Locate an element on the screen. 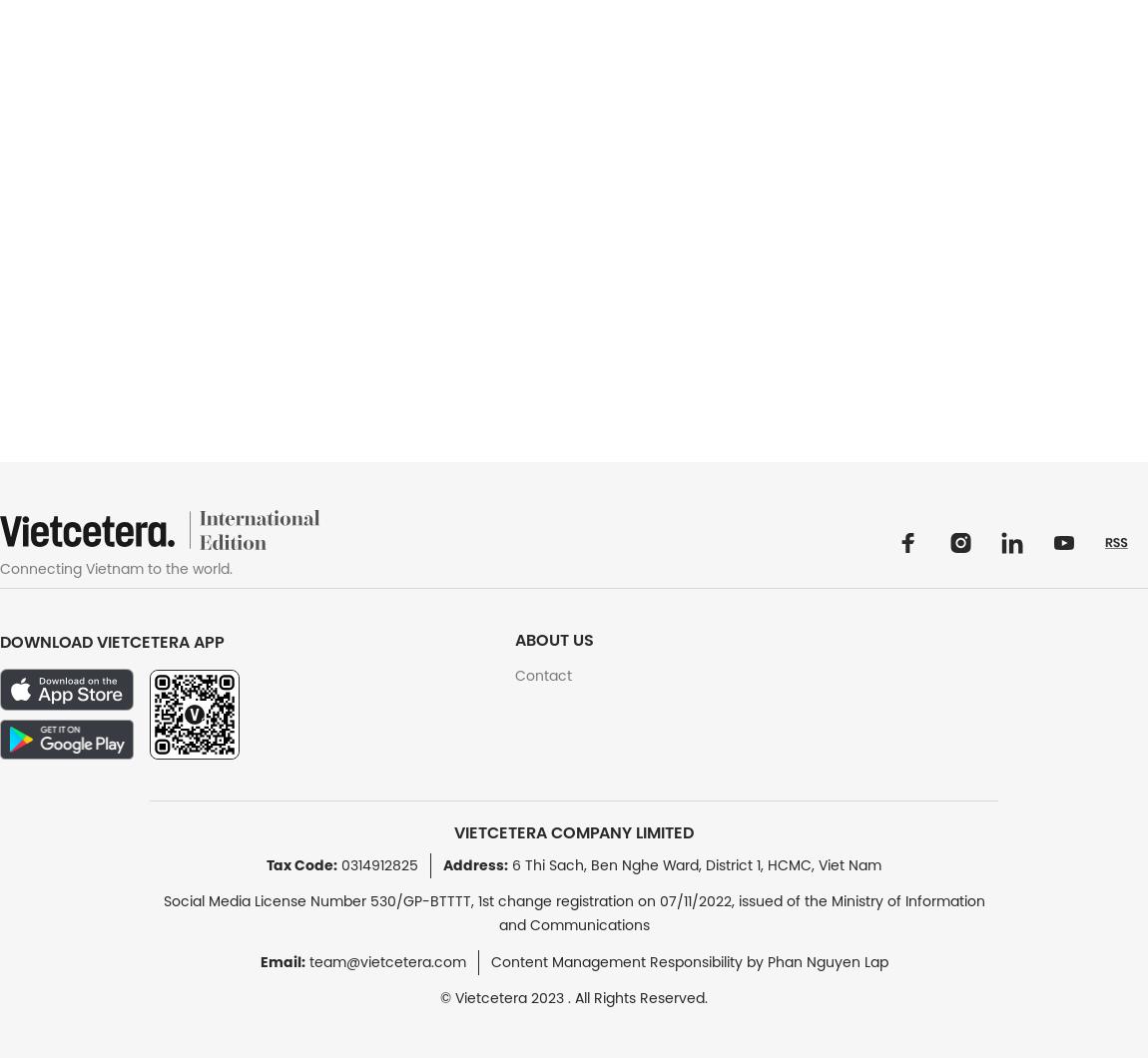 The height and width of the screenshot is (1058, 1148). 'Phan Nguyen Lap' is located at coordinates (826, 960).